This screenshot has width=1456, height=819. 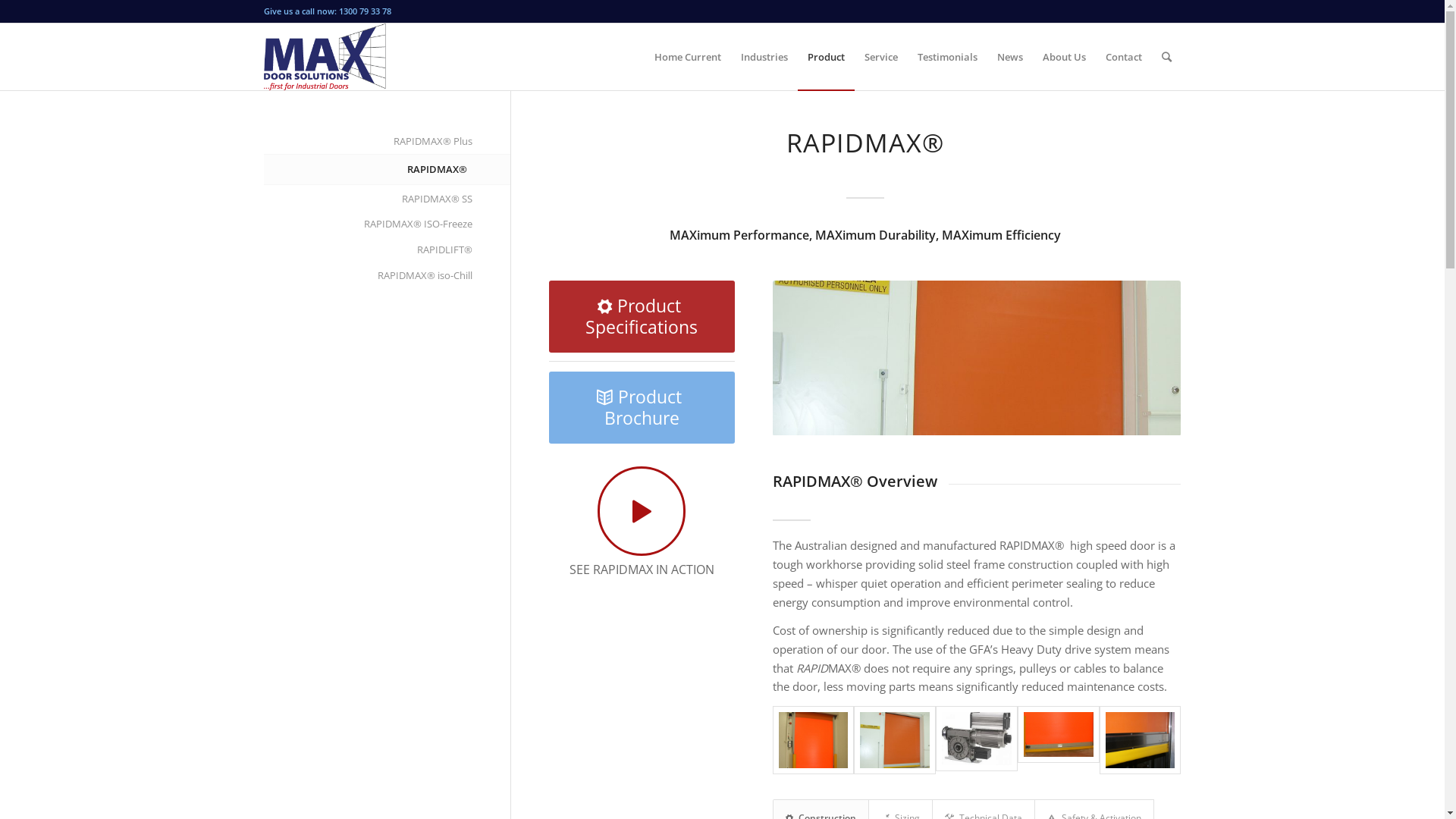 What do you see at coordinates (1095, 55) in the screenshot?
I see `'Contact'` at bounding box center [1095, 55].